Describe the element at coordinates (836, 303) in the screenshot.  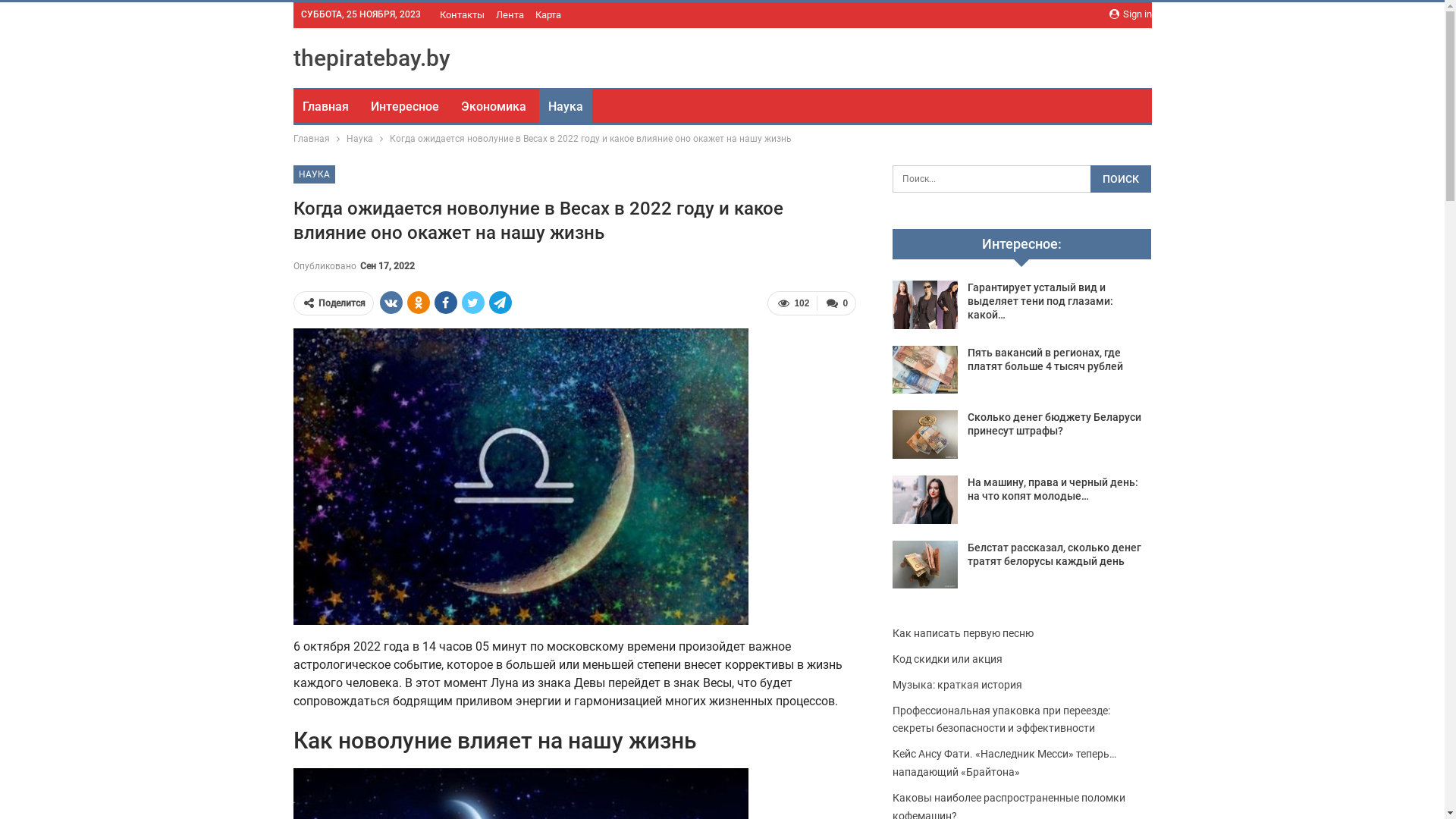
I see `'0'` at that location.